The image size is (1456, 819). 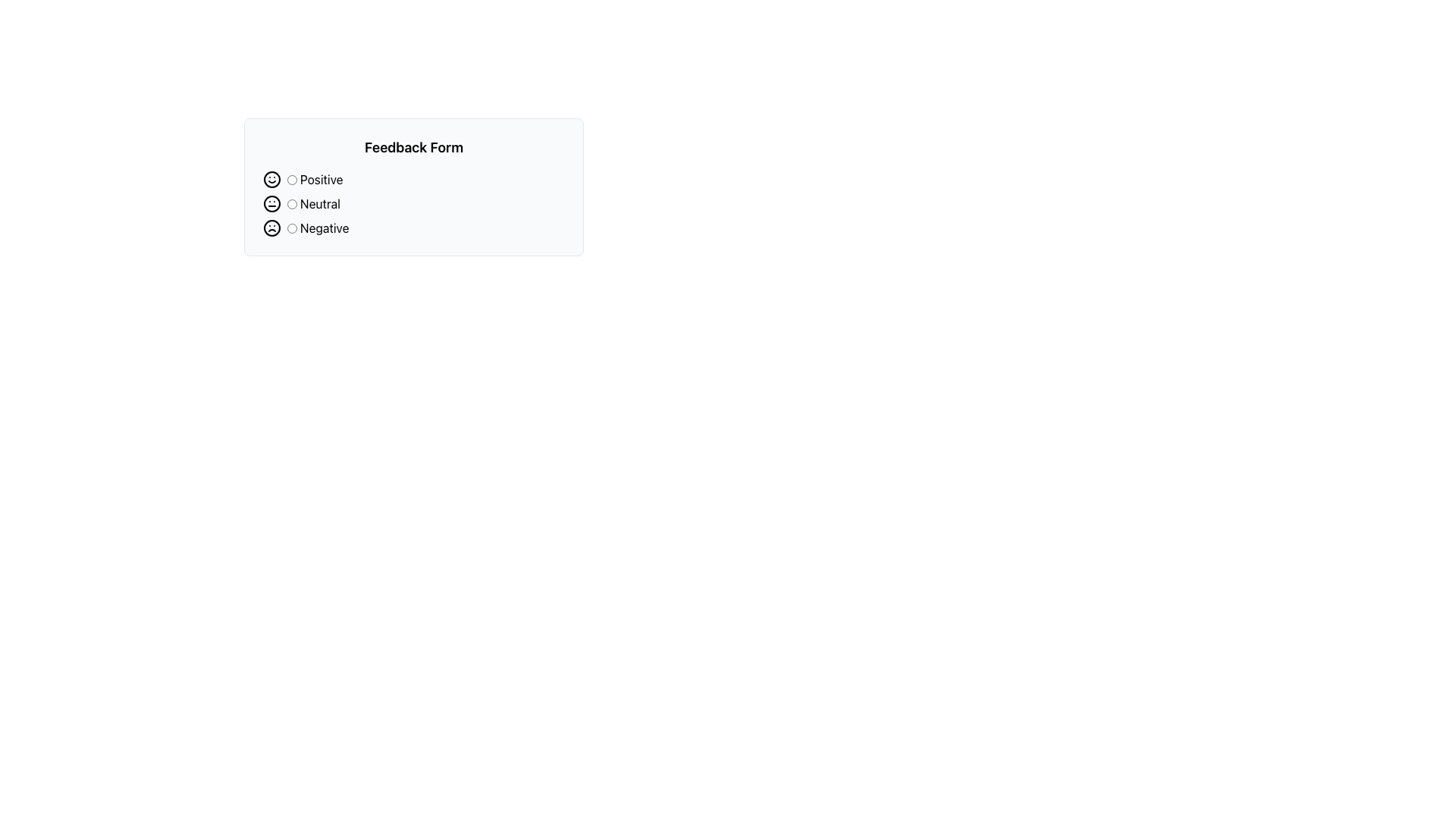 What do you see at coordinates (292, 203) in the screenshot?
I see `the neutral radio button option in the feedback form` at bounding box center [292, 203].